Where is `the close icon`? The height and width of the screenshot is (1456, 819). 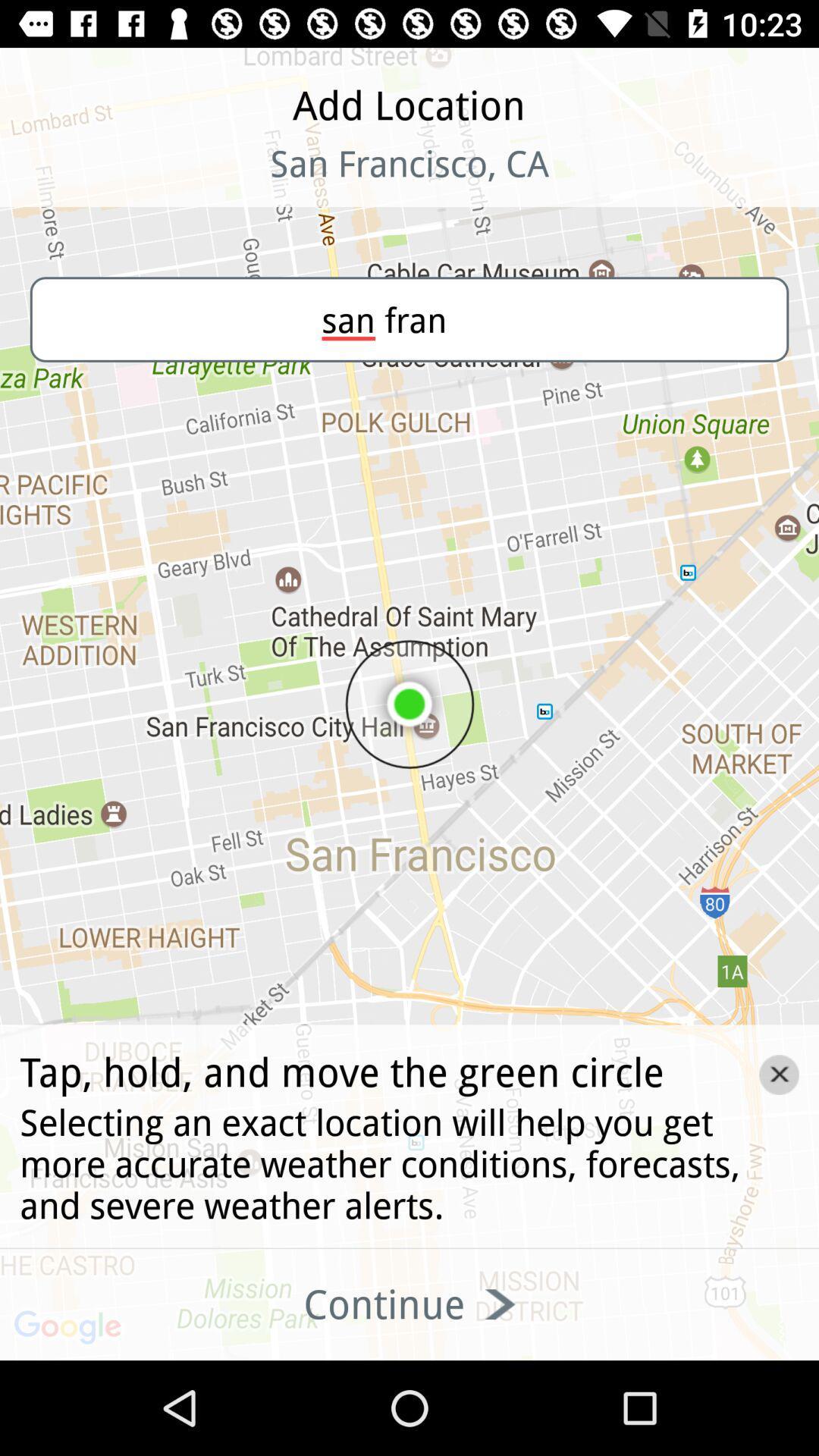 the close icon is located at coordinates (779, 1074).